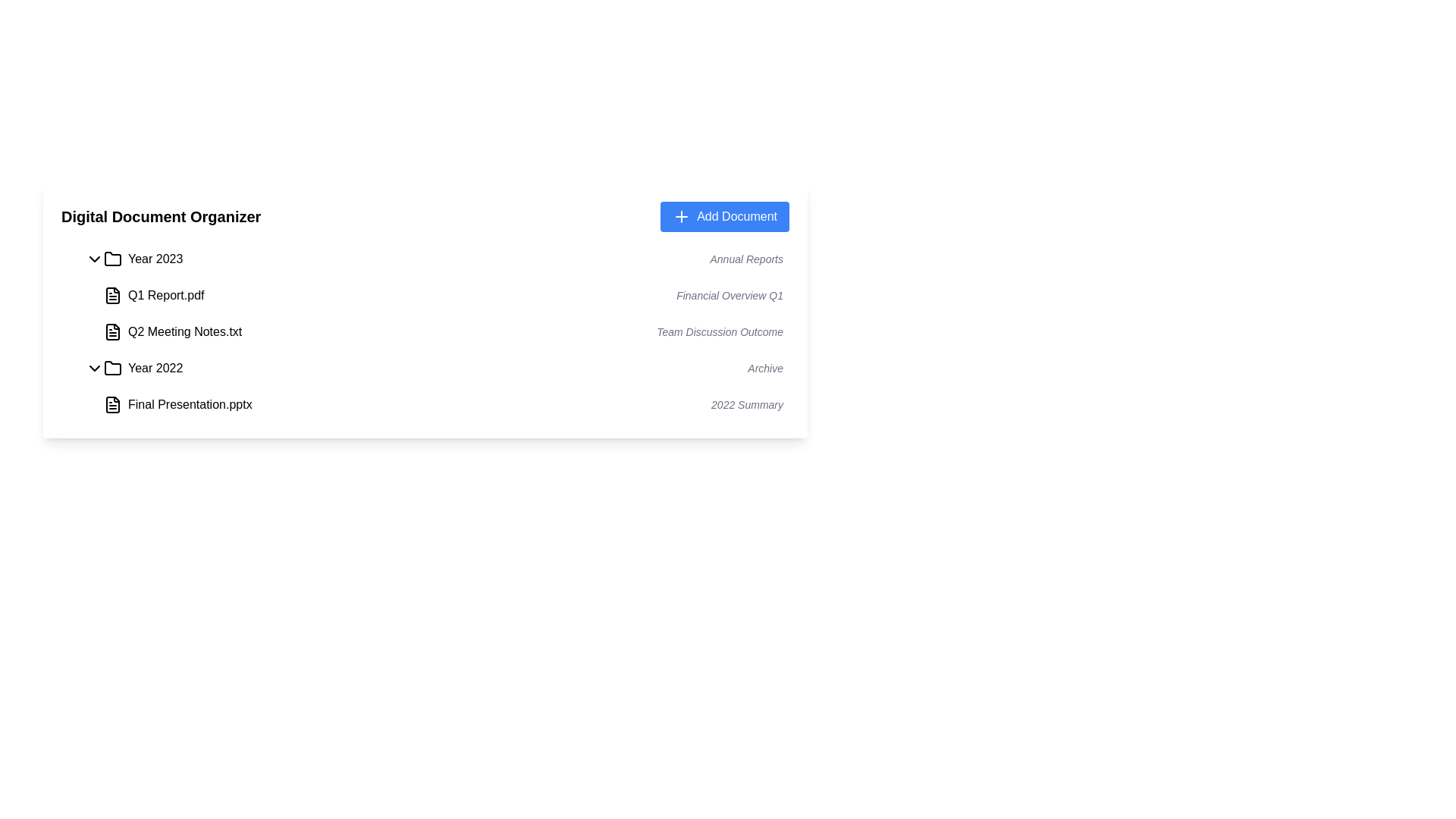 Image resolution: width=1456 pixels, height=819 pixels. I want to click on the blue rectangular 'Add Document' button with a white plus icon located in the top-right corner of the 'Digital Document Organizer' section, so click(724, 216).